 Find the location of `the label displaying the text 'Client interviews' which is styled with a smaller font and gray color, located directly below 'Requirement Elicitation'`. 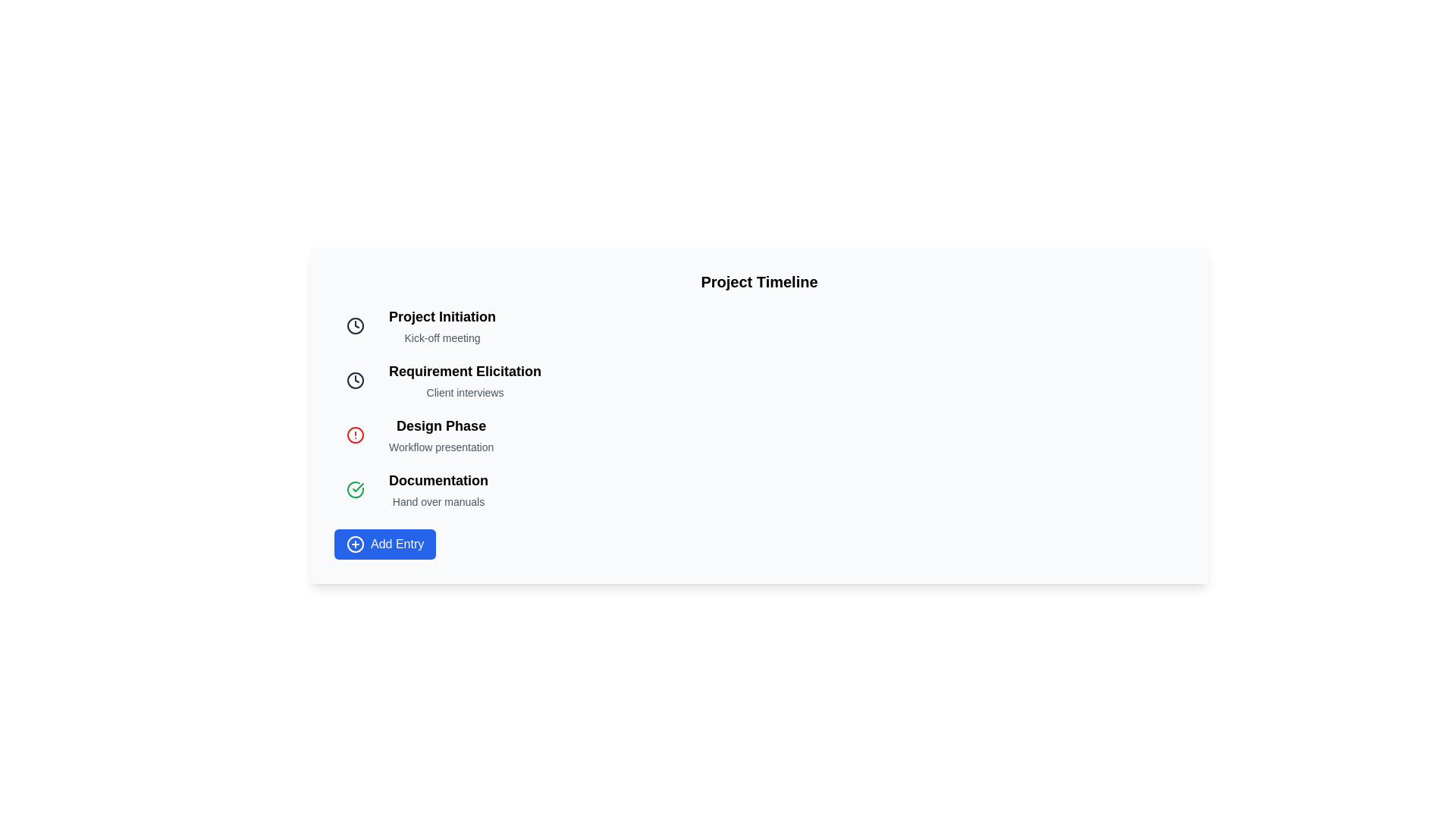

the label displaying the text 'Client interviews' which is styled with a smaller font and gray color, located directly below 'Requirement Elicitation' is located at coordinates (464, 391).